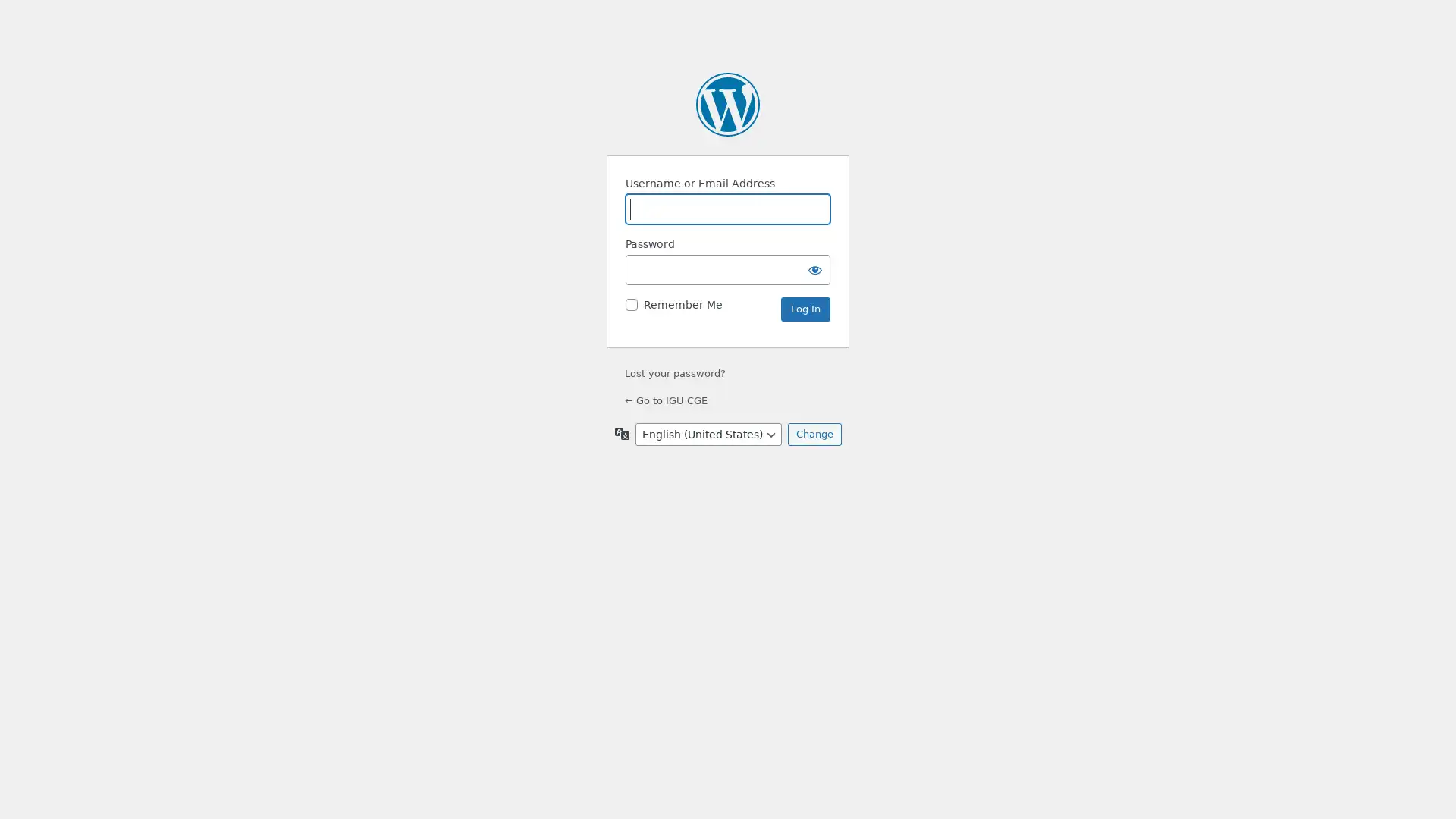 Image resolution: width=1456 pixels, height=819 pixels. What do you see at coordinates (805, 309) in the screenshot?
I see `Log In` at bounding box center [805, 309].